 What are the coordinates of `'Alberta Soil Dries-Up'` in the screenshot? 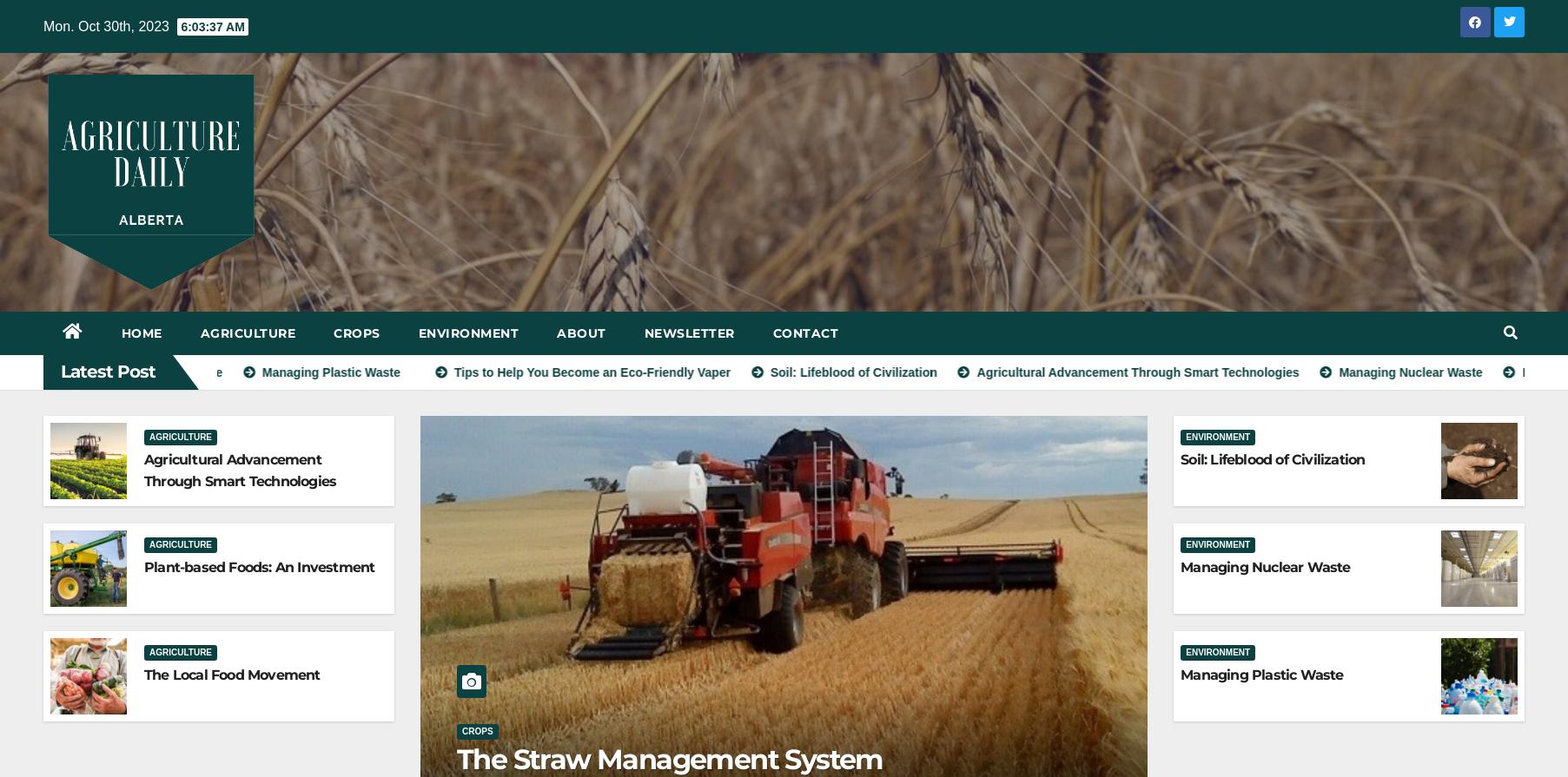 It's located at (593, 758).